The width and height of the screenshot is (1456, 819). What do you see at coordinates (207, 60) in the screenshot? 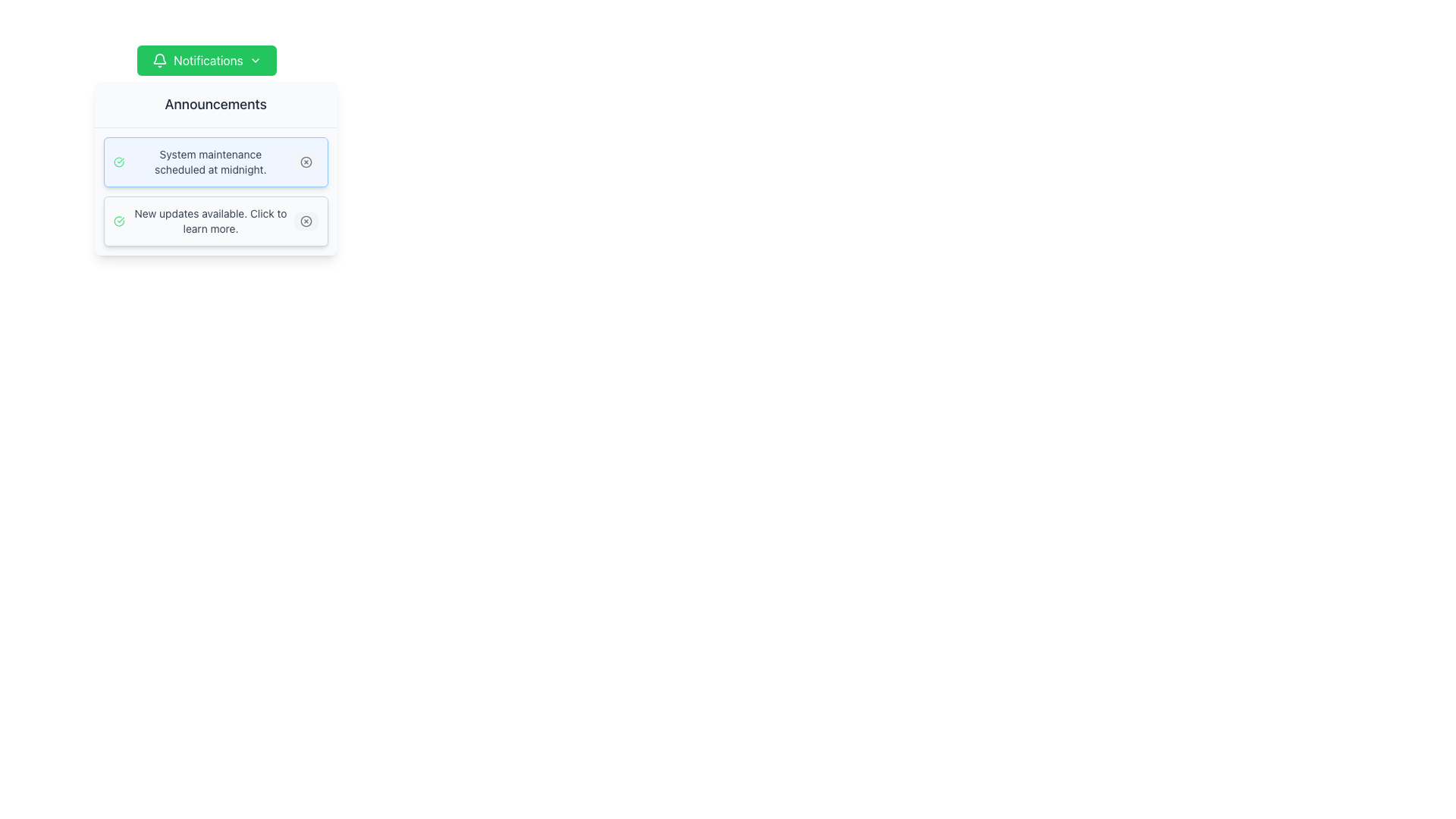
I see `the 'Notifications' label, which is styled with a white font on a green background and is part of a button-like structure` at bounding box center [207, 60].